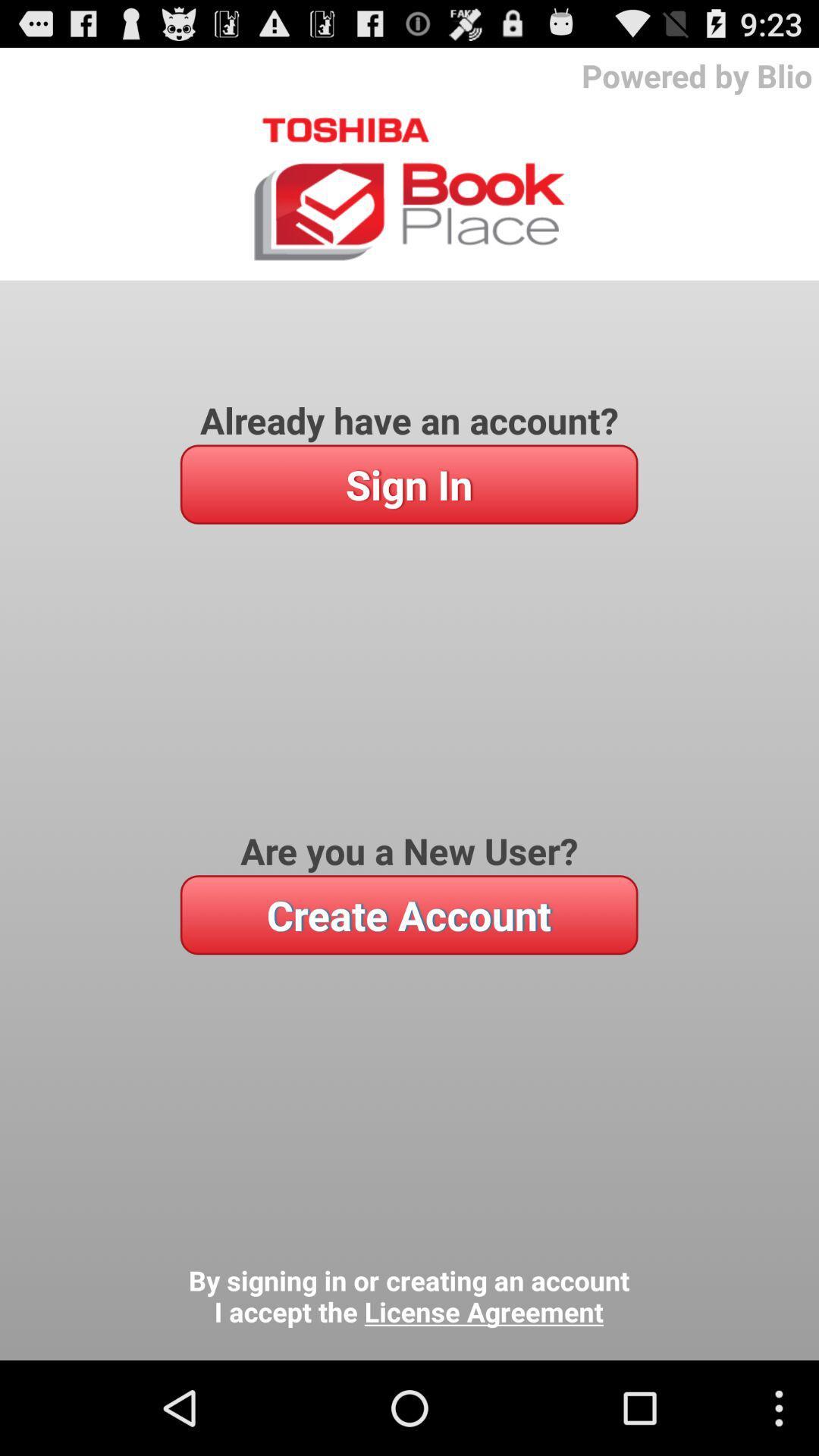 This screenshot has height=1456, width=819. What do you see at coordinates (408, 483) in the screenshot?
I see `the item above the are you a` at bounding box center [408, 483].